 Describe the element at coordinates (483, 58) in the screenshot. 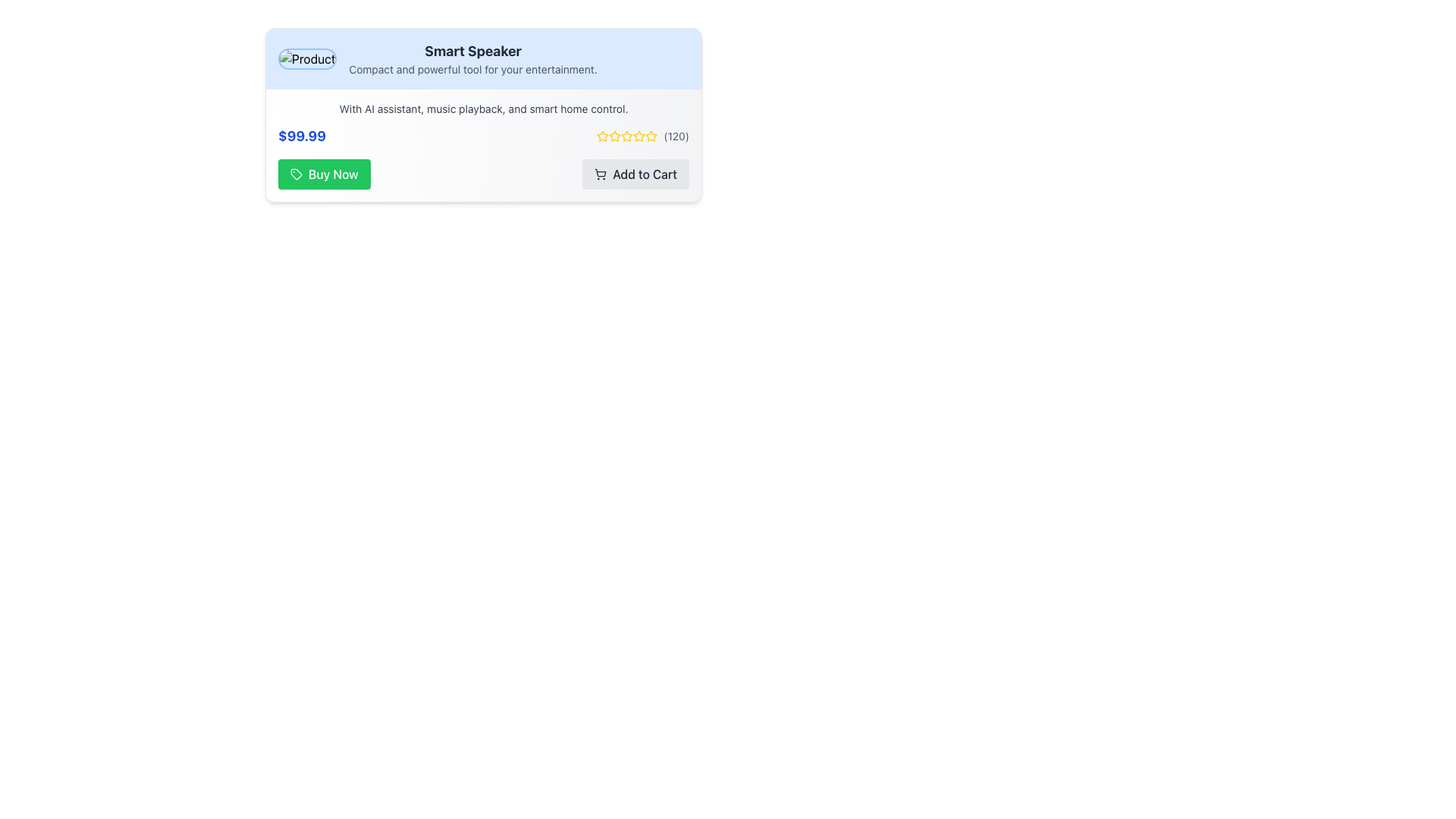

I see `the Product Description Panel located at the upper portion of the product card, which provides an overview including the product's name and key features` at that location.